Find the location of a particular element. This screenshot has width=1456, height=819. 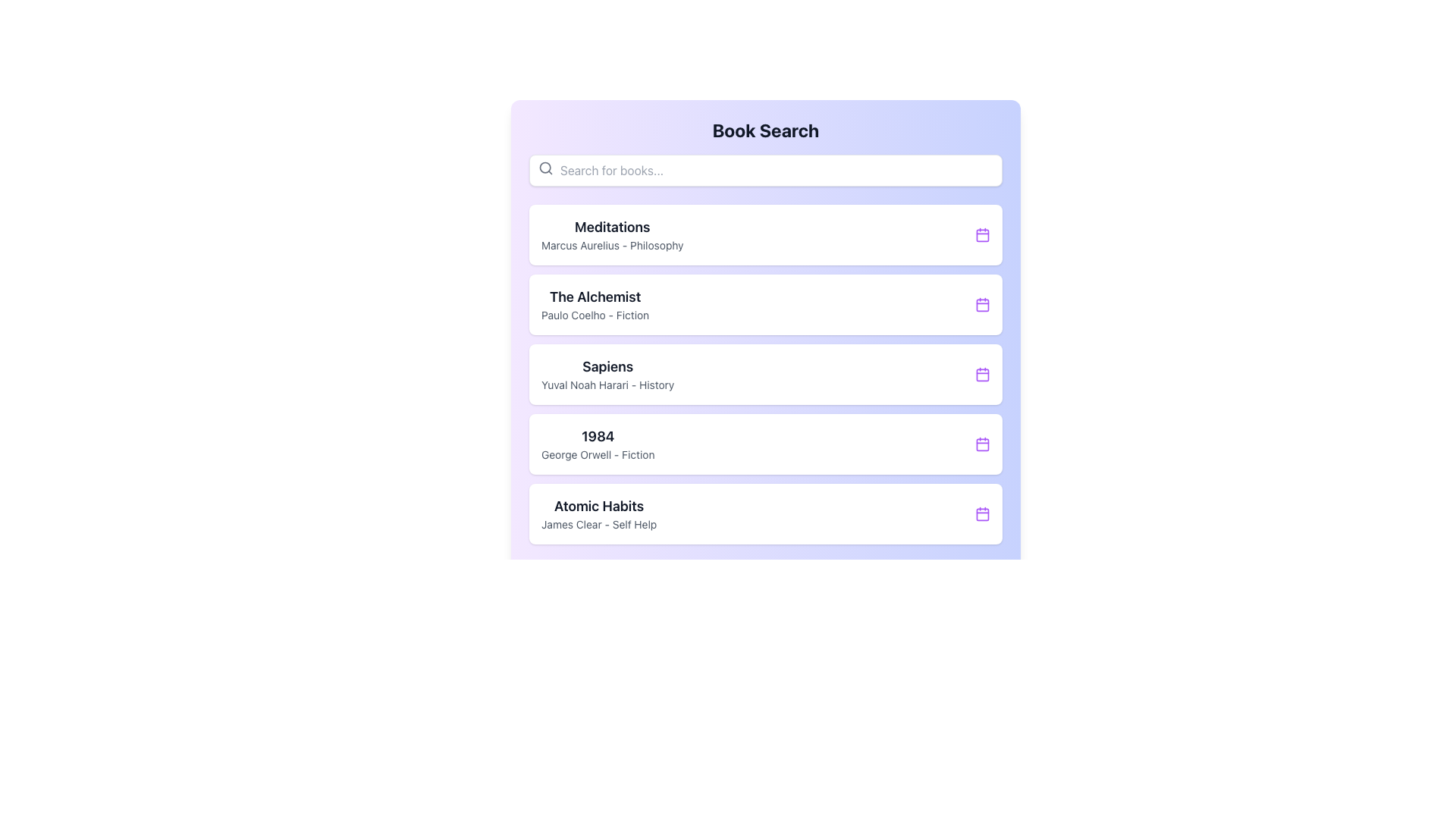

the text grouping card displaying 'Sapiens' by Yuval Noah Harari is located at coordinates (607, 374).